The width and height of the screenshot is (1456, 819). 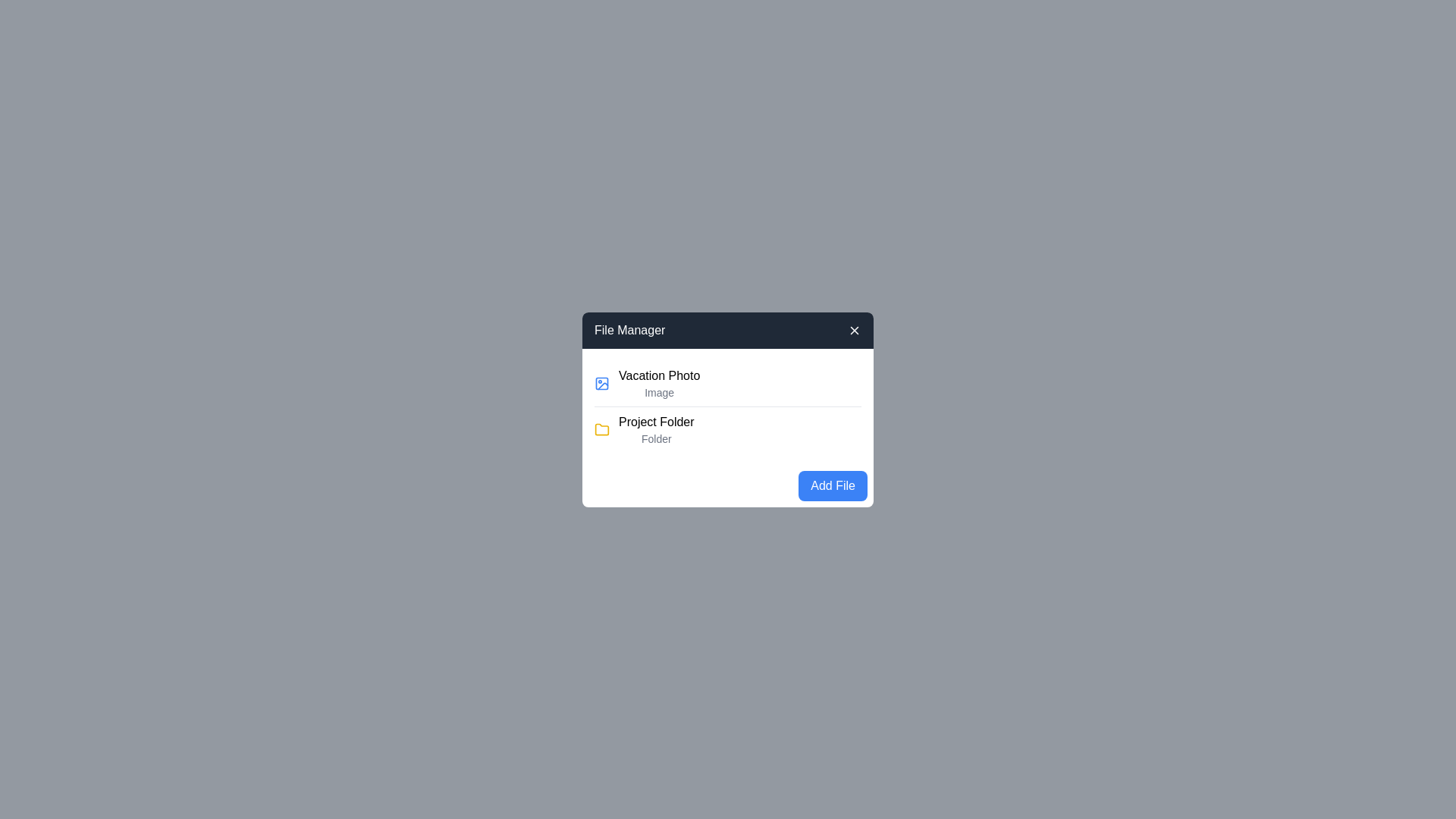 I want to click on the close button to dismiss the dialog, so click(x=855, y=329).